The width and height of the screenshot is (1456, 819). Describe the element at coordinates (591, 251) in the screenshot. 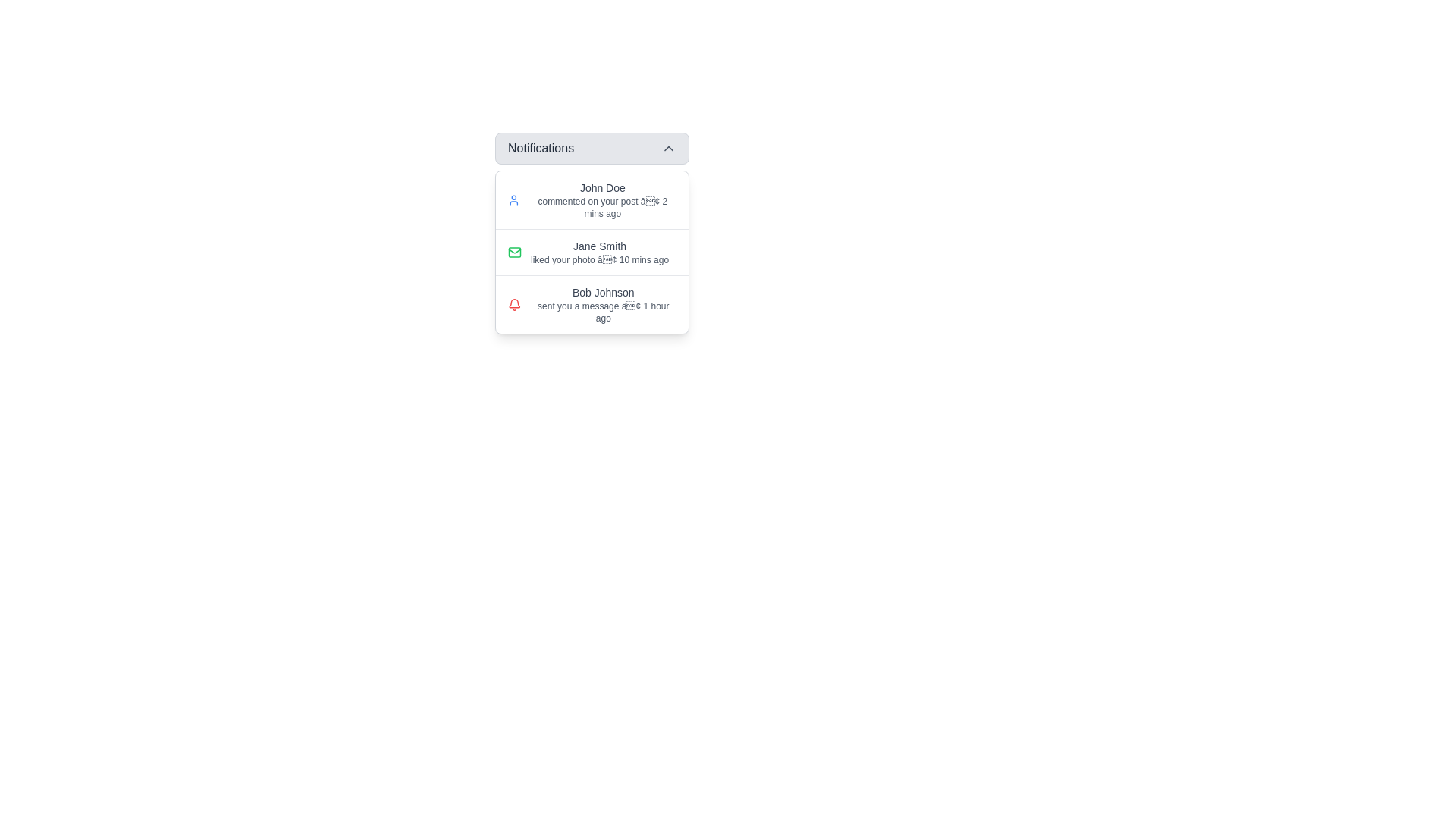

I see `notification details for the entry titled 'Jane Smith' in the Notifications card, which is the second item in the list` at that location.